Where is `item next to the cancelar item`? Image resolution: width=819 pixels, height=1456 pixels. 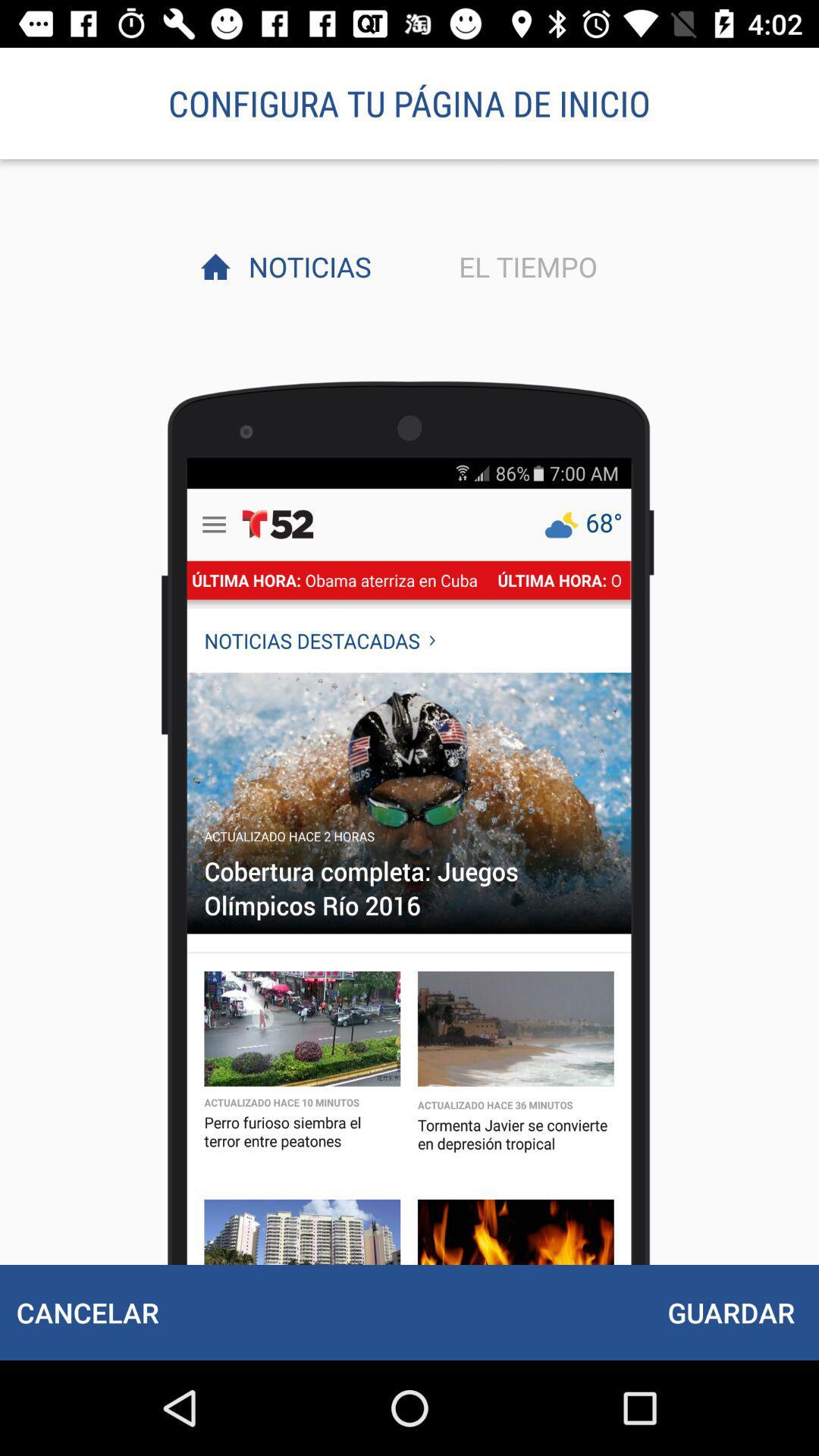 item next to the cancelar item is located at coordinates (730, 1312).